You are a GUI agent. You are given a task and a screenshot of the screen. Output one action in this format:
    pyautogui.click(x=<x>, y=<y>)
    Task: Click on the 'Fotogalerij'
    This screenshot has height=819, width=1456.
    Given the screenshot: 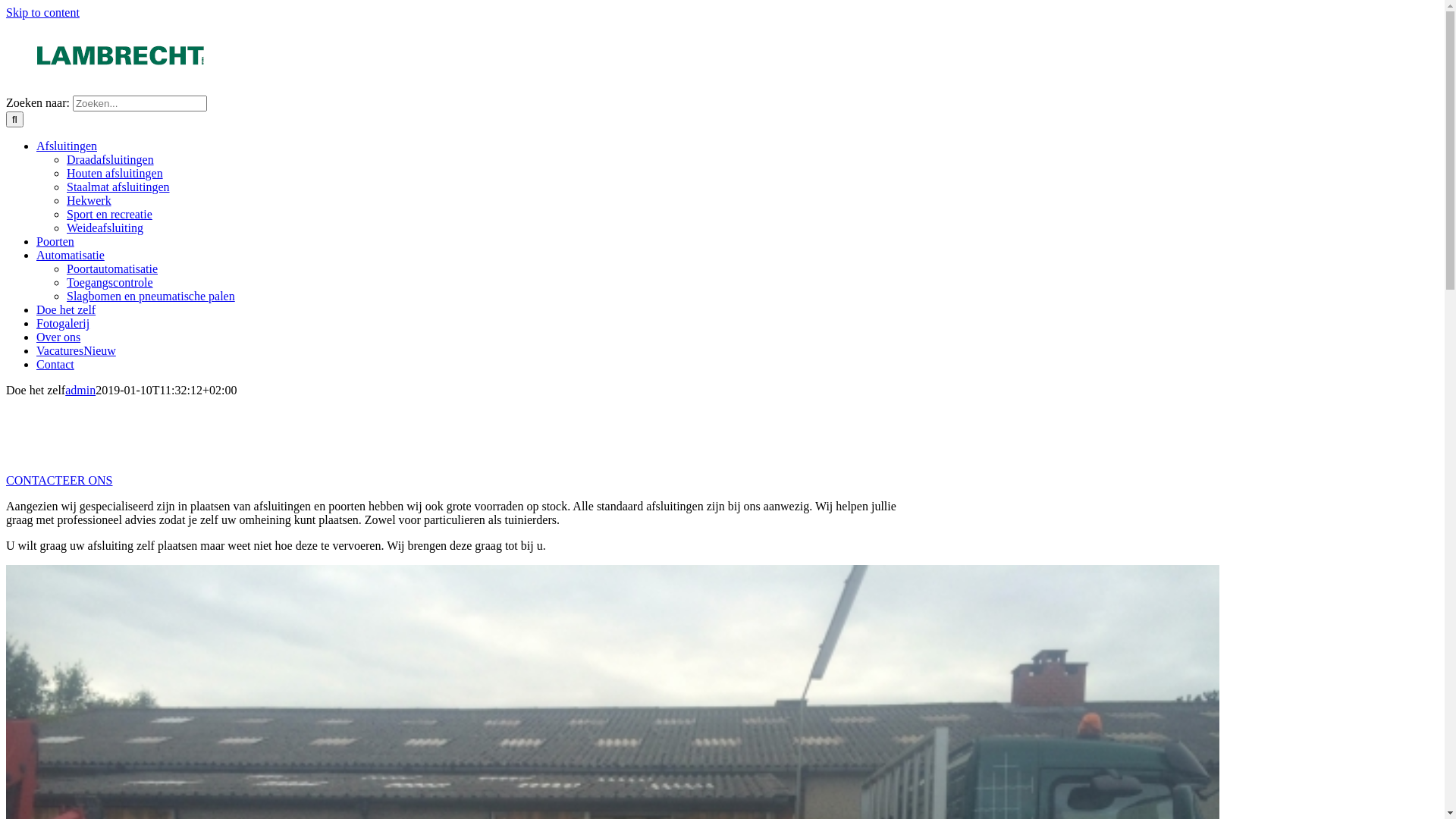 What is the action you would take?
    pyautogui.click(x=61, y=322)
    